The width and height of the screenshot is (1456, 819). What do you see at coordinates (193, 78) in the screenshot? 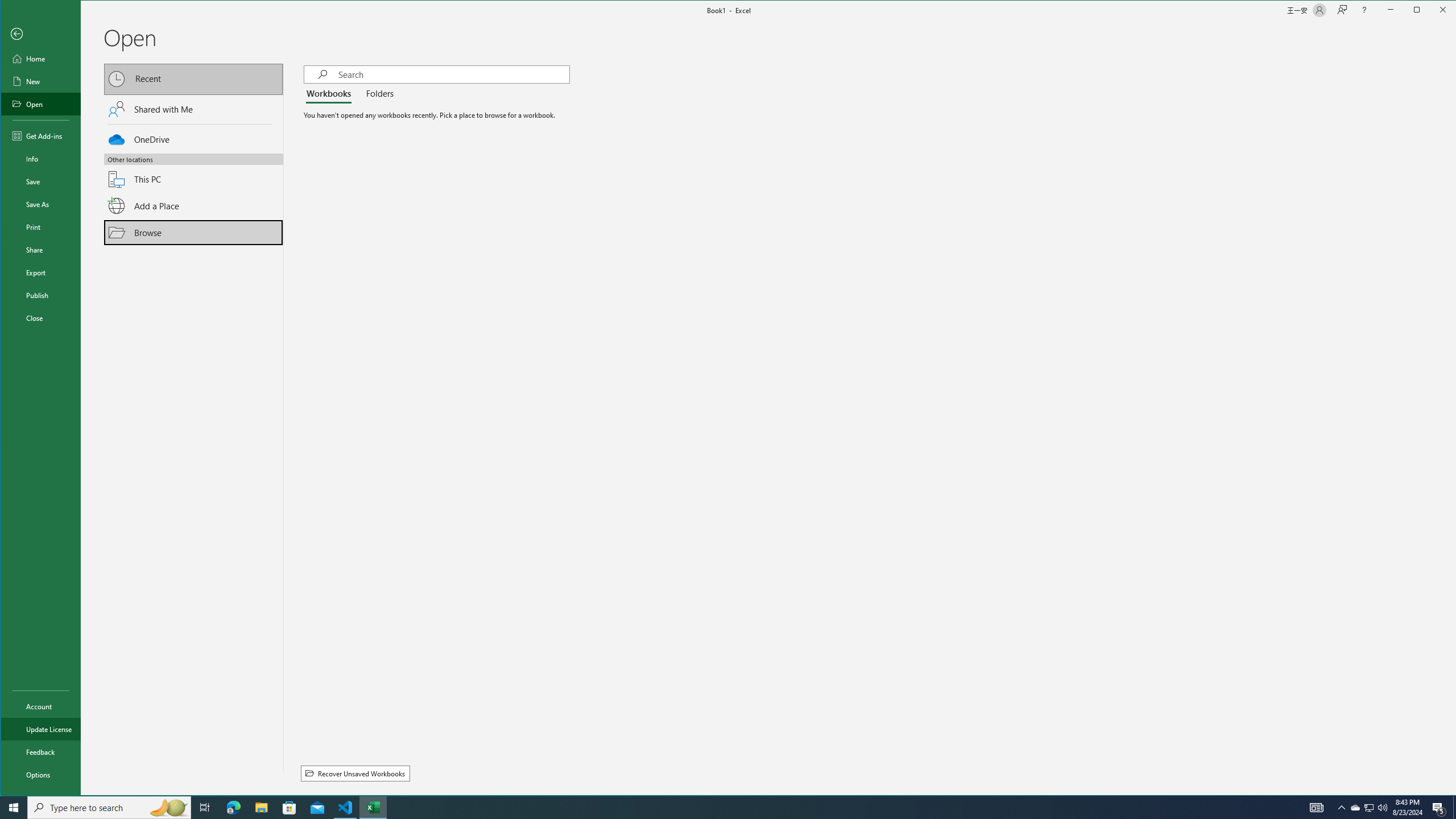
I see `'Recent'` at bounding box center [193, 78].